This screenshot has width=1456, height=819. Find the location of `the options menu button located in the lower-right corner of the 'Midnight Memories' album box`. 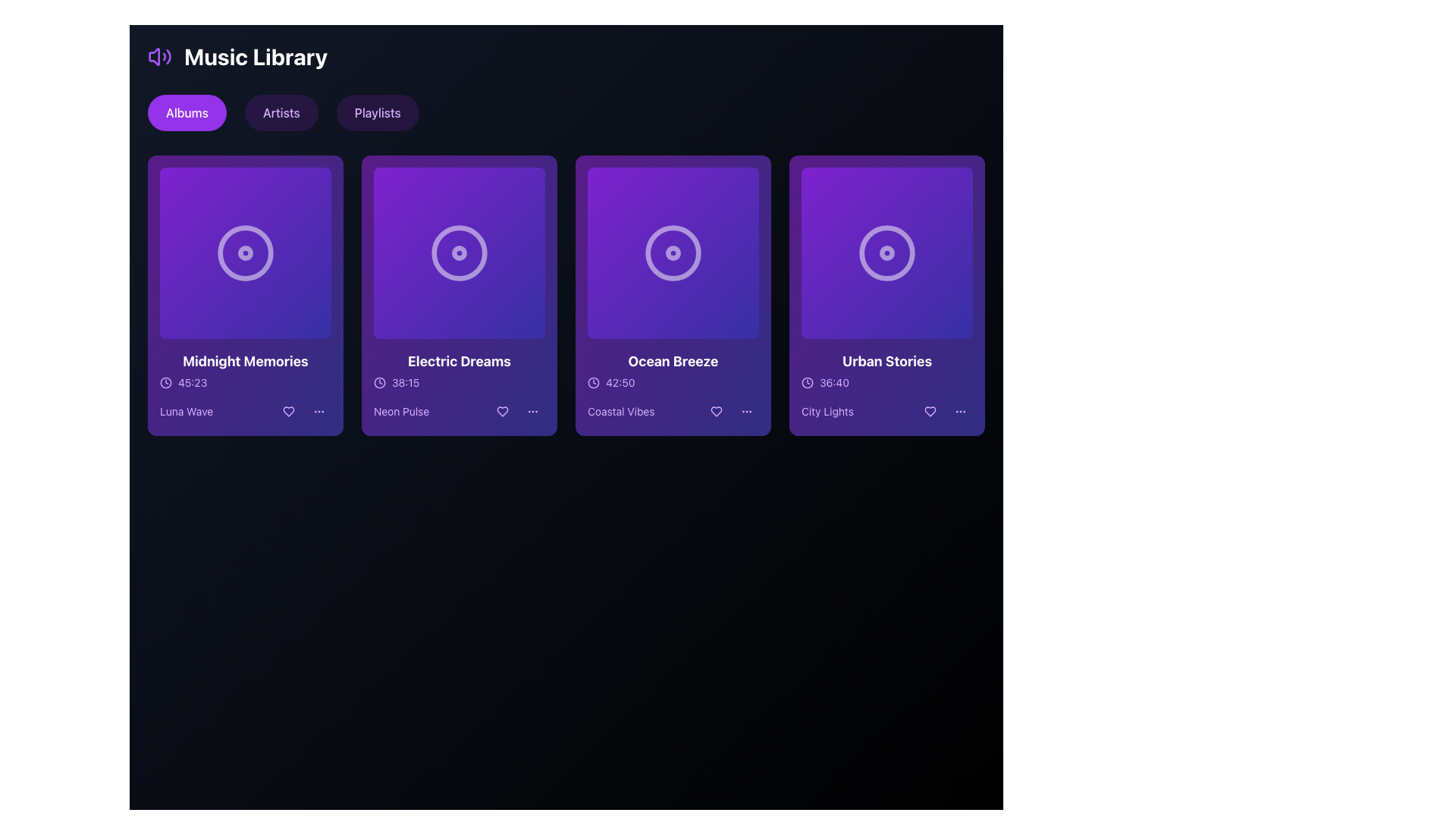

the options menu button located in the lower-right corner of the 'Midnight Memories' album box is located at coordinates (318, 412).